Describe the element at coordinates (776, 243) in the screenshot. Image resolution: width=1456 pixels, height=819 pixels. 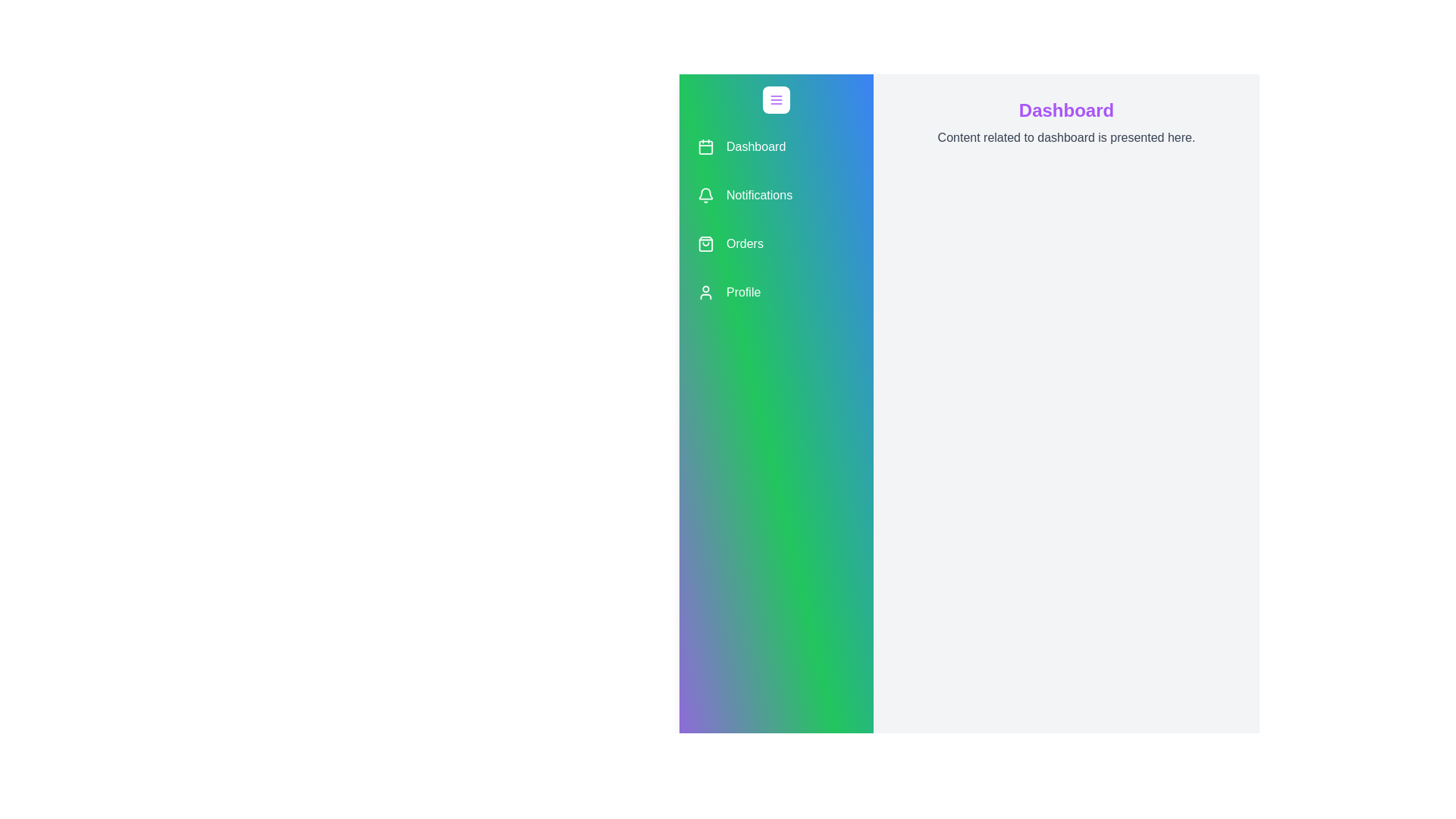
I see `the menu item labeled 'Orders' to observe the hover effect` at that location.